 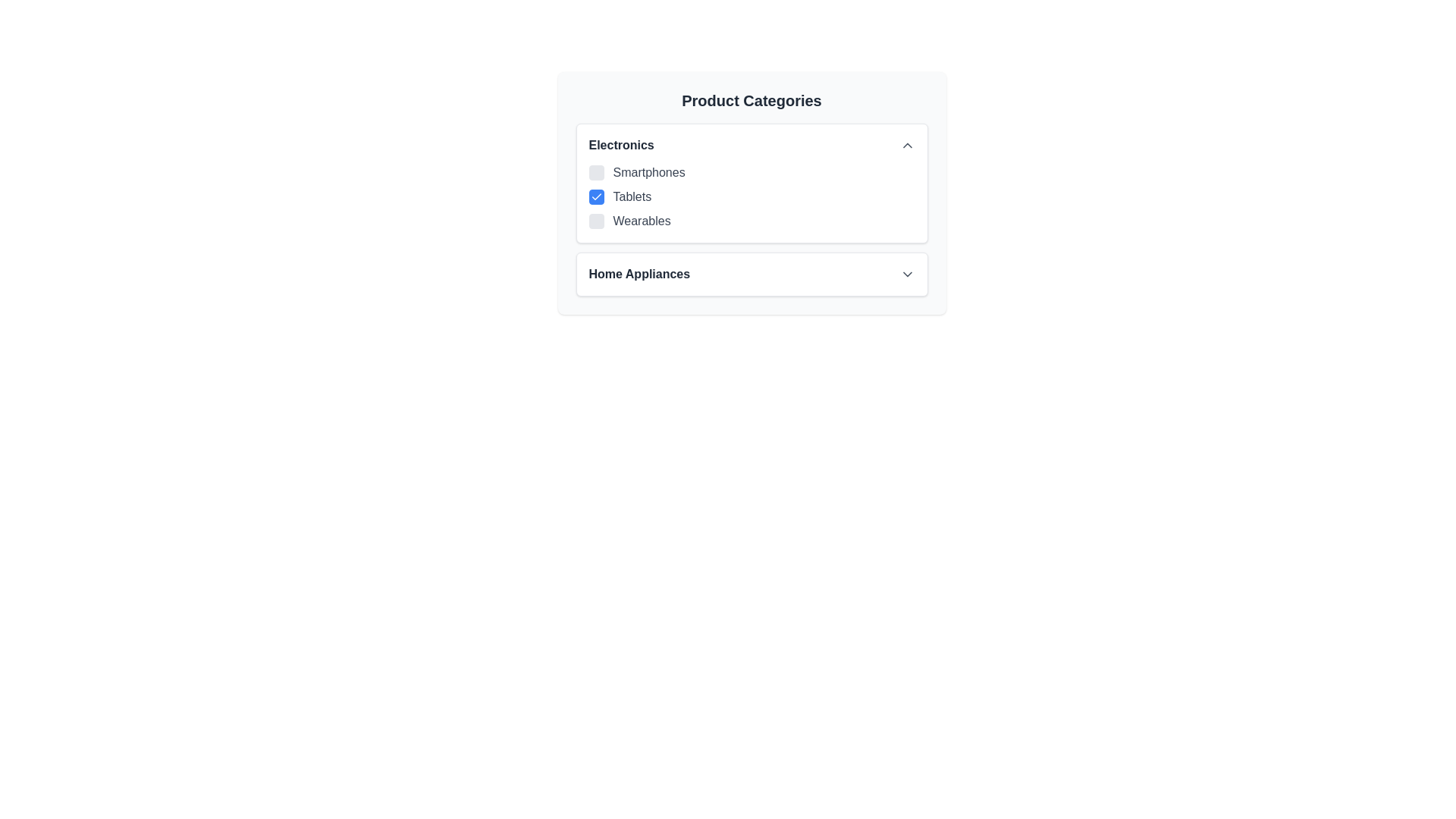 What do you see at coordinates (595, 221) in the screenshot?
I see `the 'Wearables' checkbox` at bounding box center [595, 221].